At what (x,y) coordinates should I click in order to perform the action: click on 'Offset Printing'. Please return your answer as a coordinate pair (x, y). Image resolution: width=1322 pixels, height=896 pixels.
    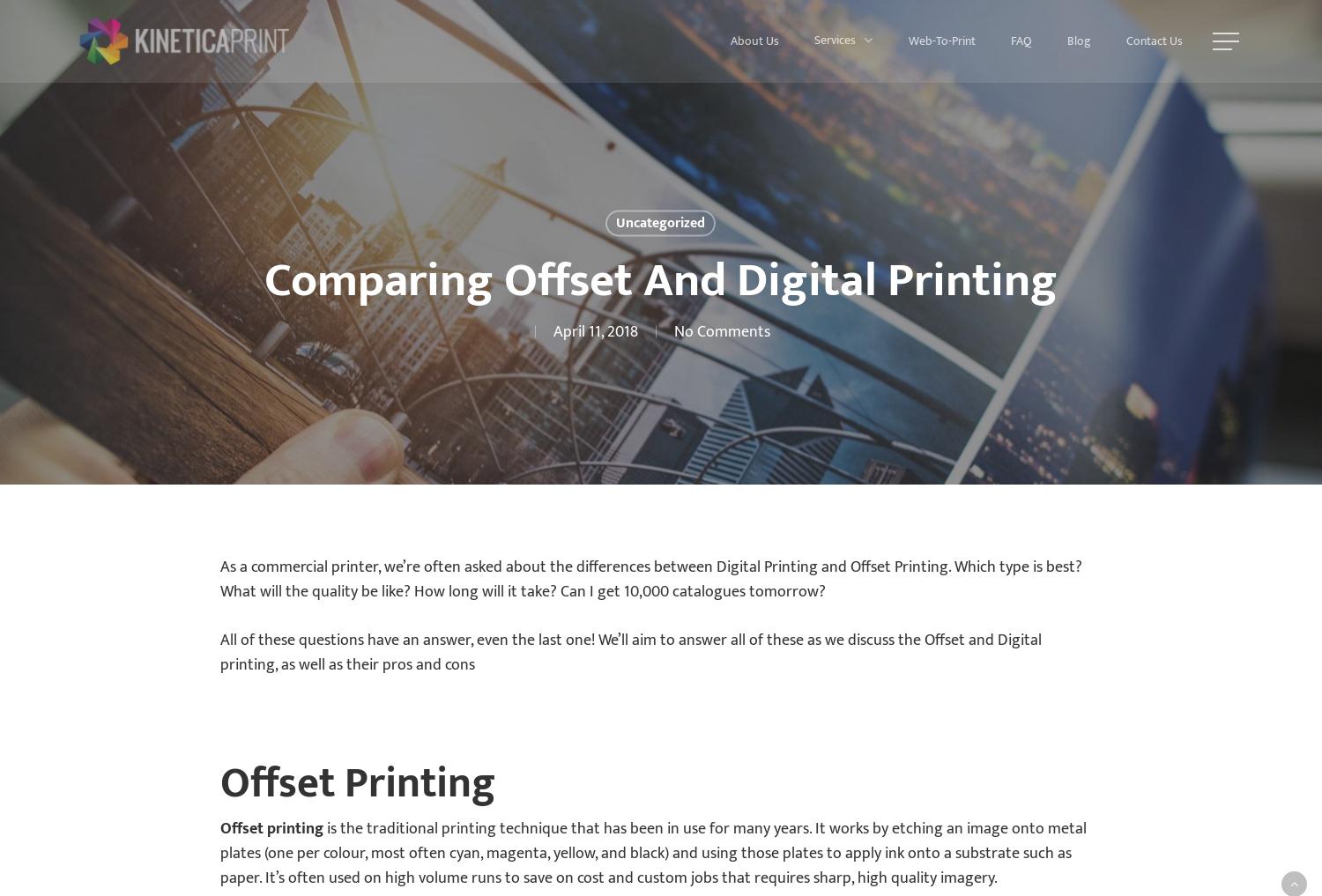
    Looking at the image, I should click on (358, 783).